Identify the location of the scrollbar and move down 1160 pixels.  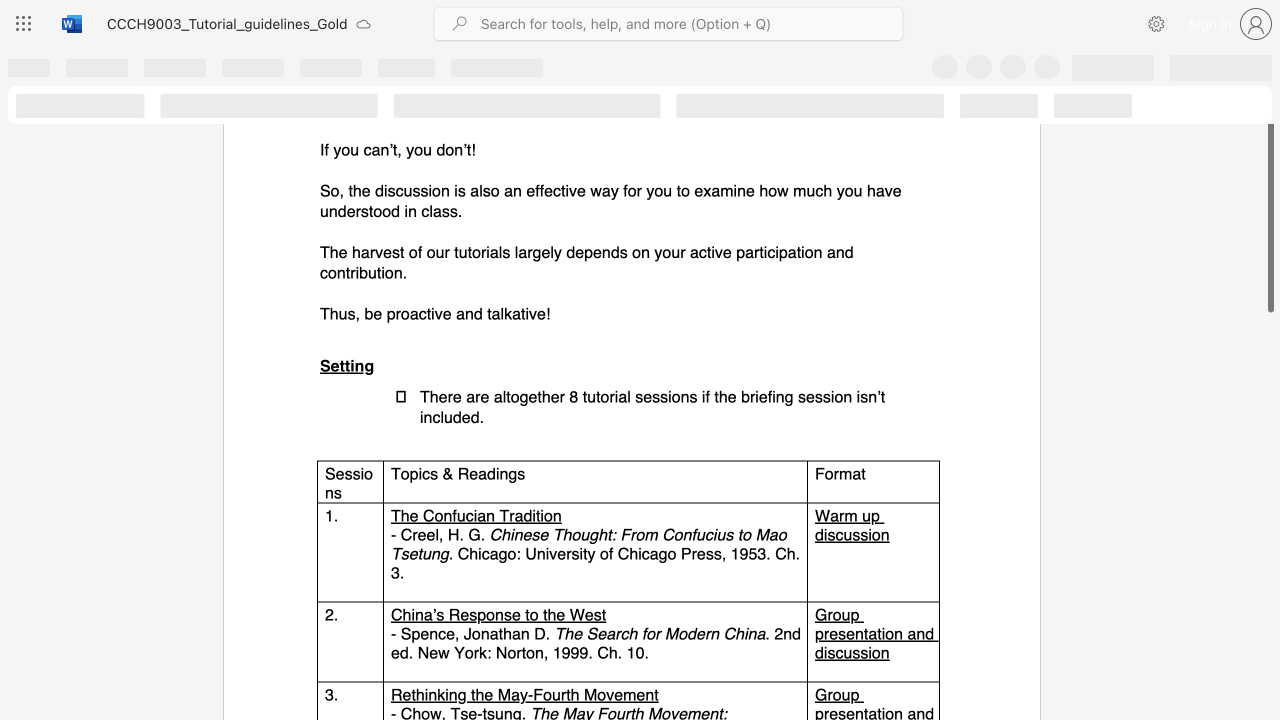
(1269, 215).